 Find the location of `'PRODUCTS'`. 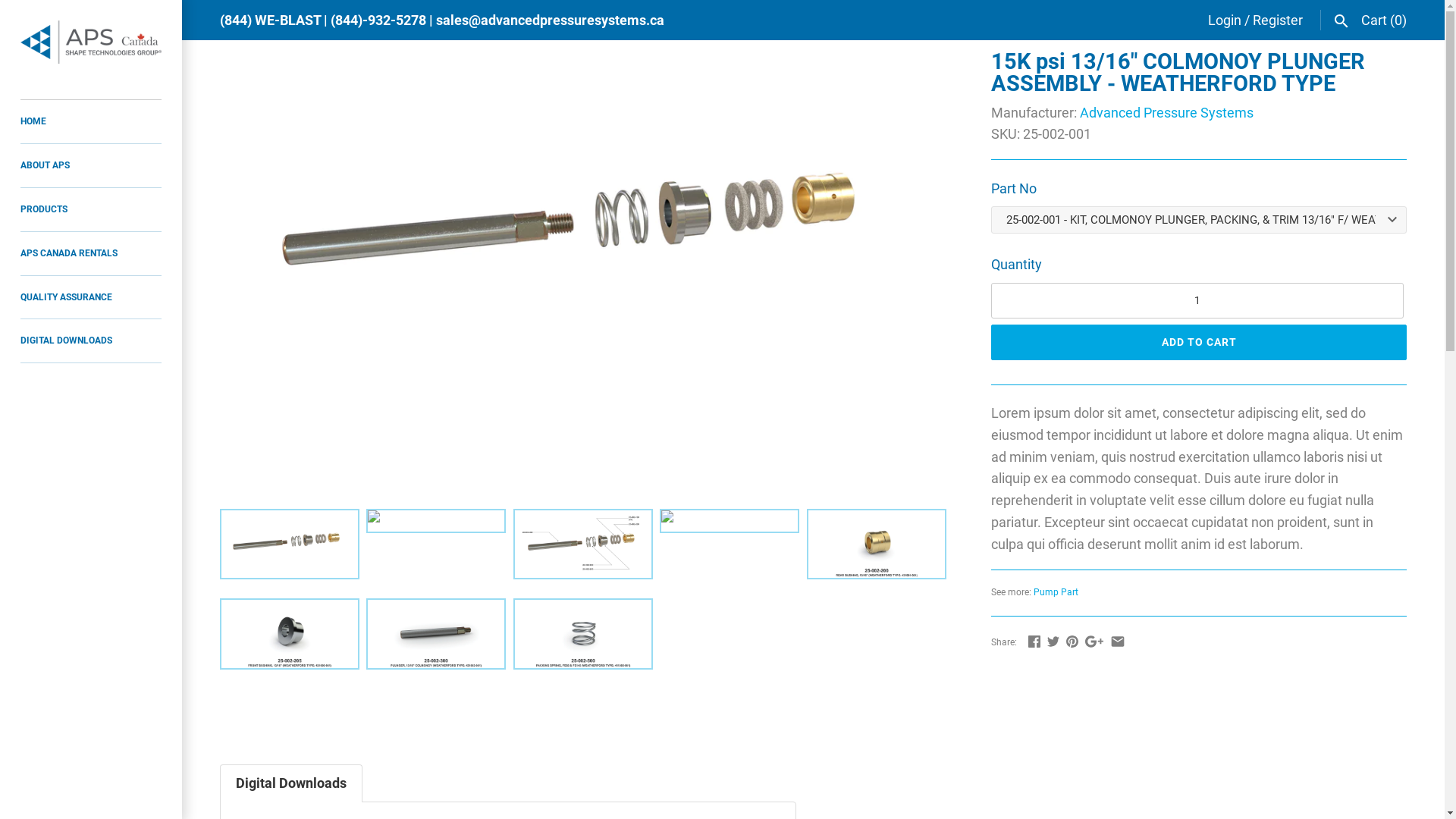

'PRODUCTS' is located at coordinates (90, 210).